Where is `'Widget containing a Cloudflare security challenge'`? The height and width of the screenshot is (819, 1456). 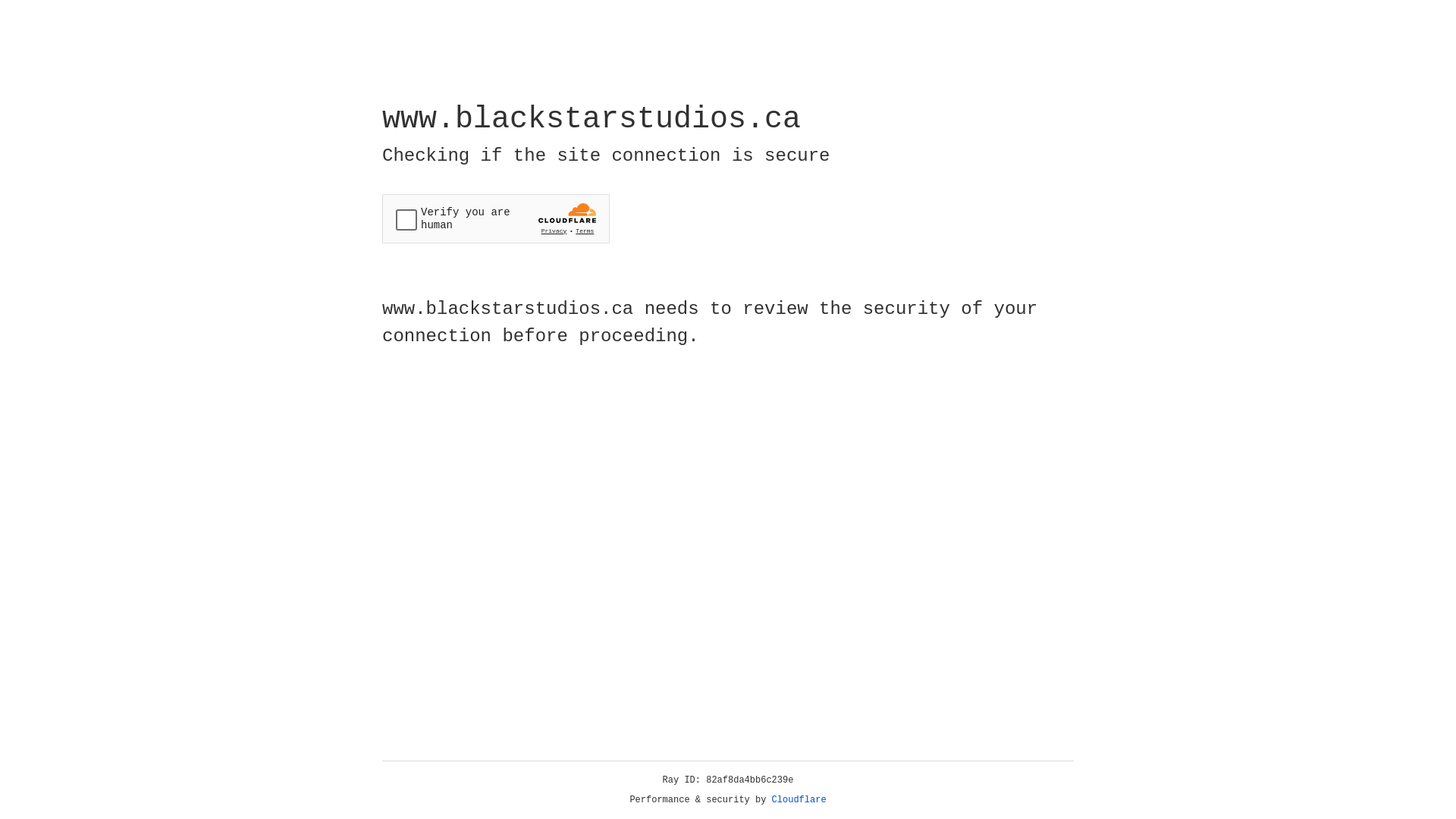 'Widget containing a Cloudflare security challenge' is located at coordinates (495, 218).